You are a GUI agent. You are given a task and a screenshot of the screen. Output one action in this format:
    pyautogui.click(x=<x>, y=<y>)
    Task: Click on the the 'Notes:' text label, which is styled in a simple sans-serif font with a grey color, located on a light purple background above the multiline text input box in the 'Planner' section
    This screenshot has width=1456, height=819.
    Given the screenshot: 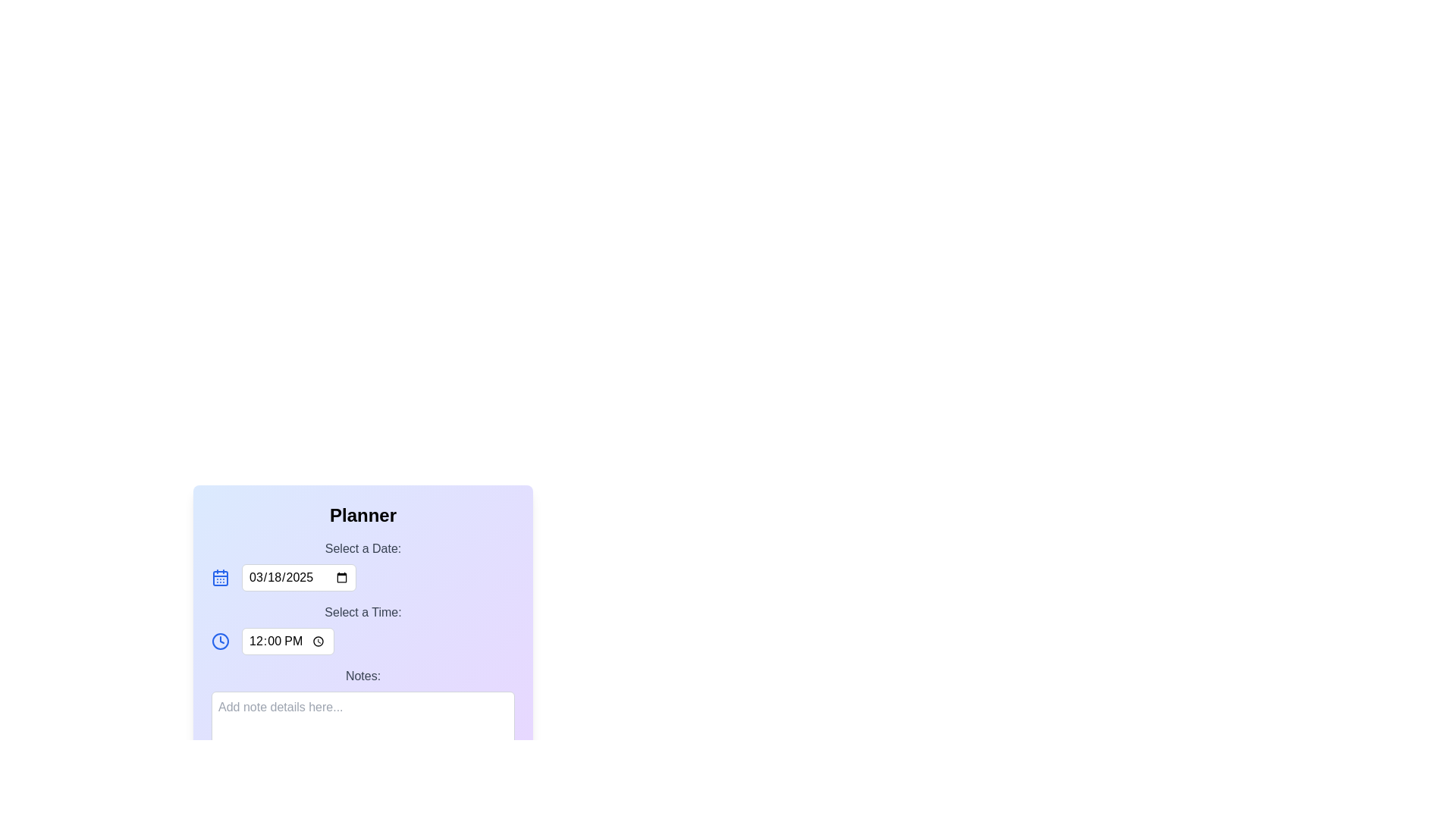 What is the action you would take?
    pyautogui.click(x=362, y=675)
    